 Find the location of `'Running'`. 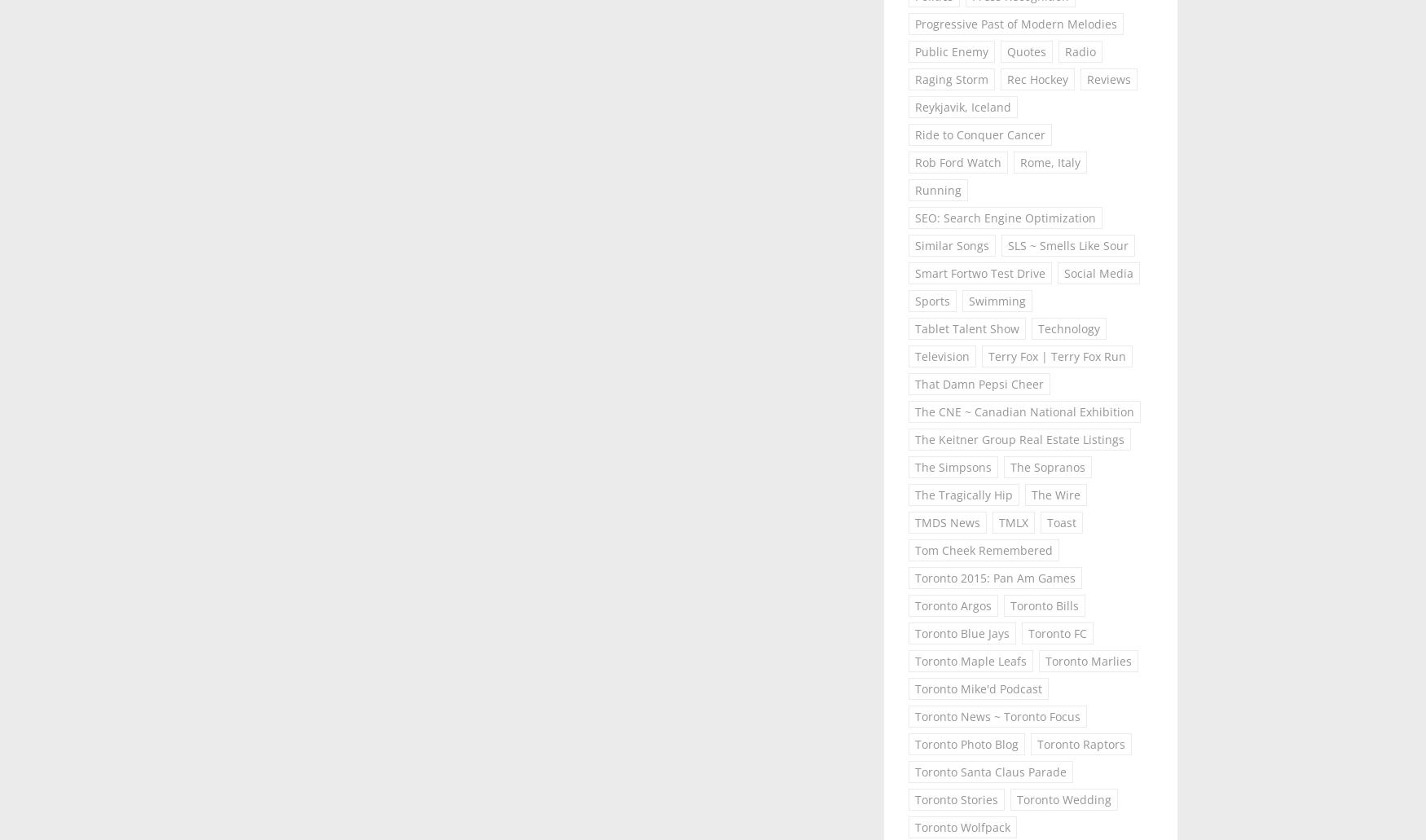

'Running' is located at coordinates (937, 189).